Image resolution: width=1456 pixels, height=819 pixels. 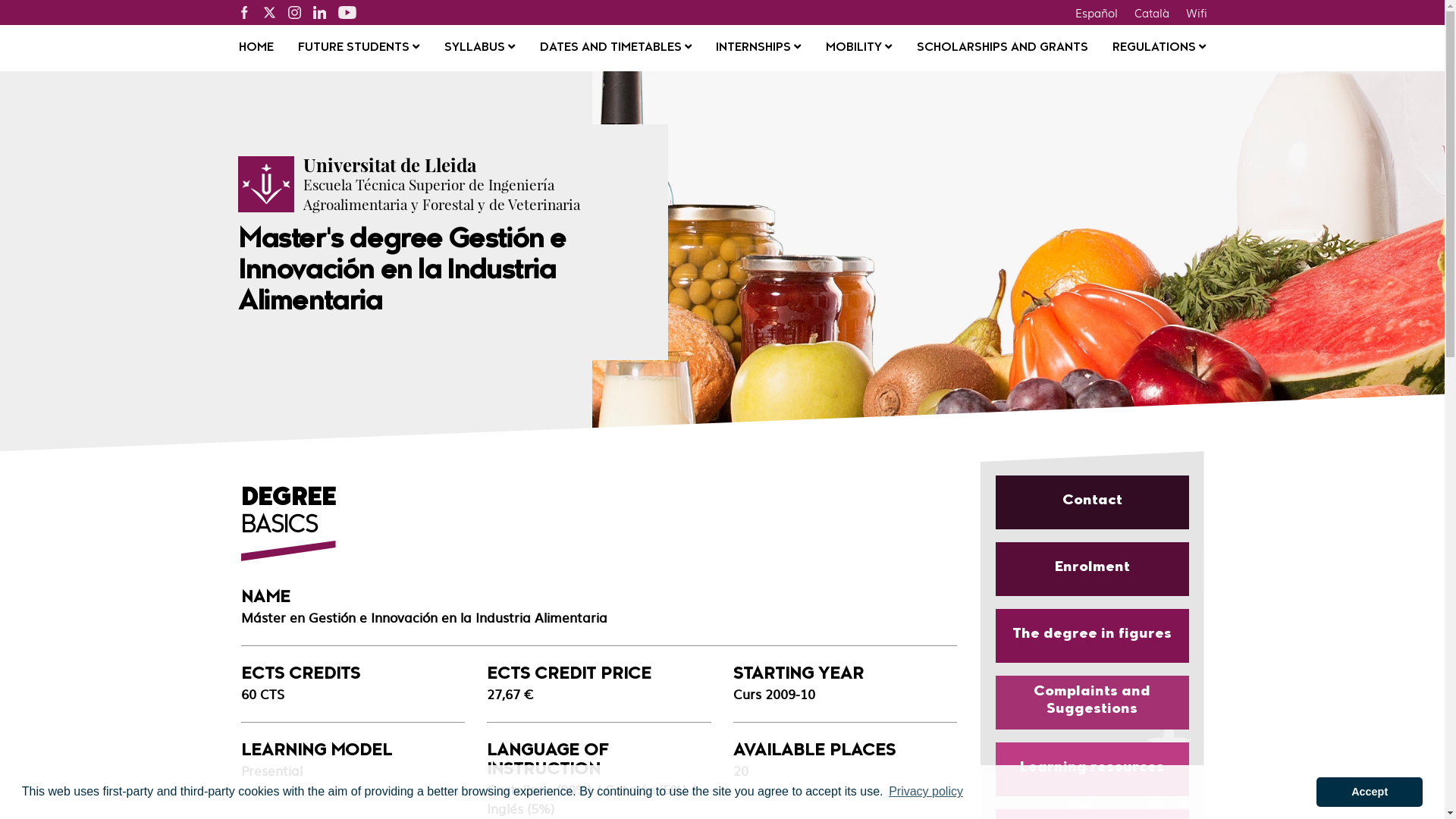 What do you see at coordinates (1158, 47) in the screenshot?
I see `'REGULATIONS'` at bounding box center [1158, 47].